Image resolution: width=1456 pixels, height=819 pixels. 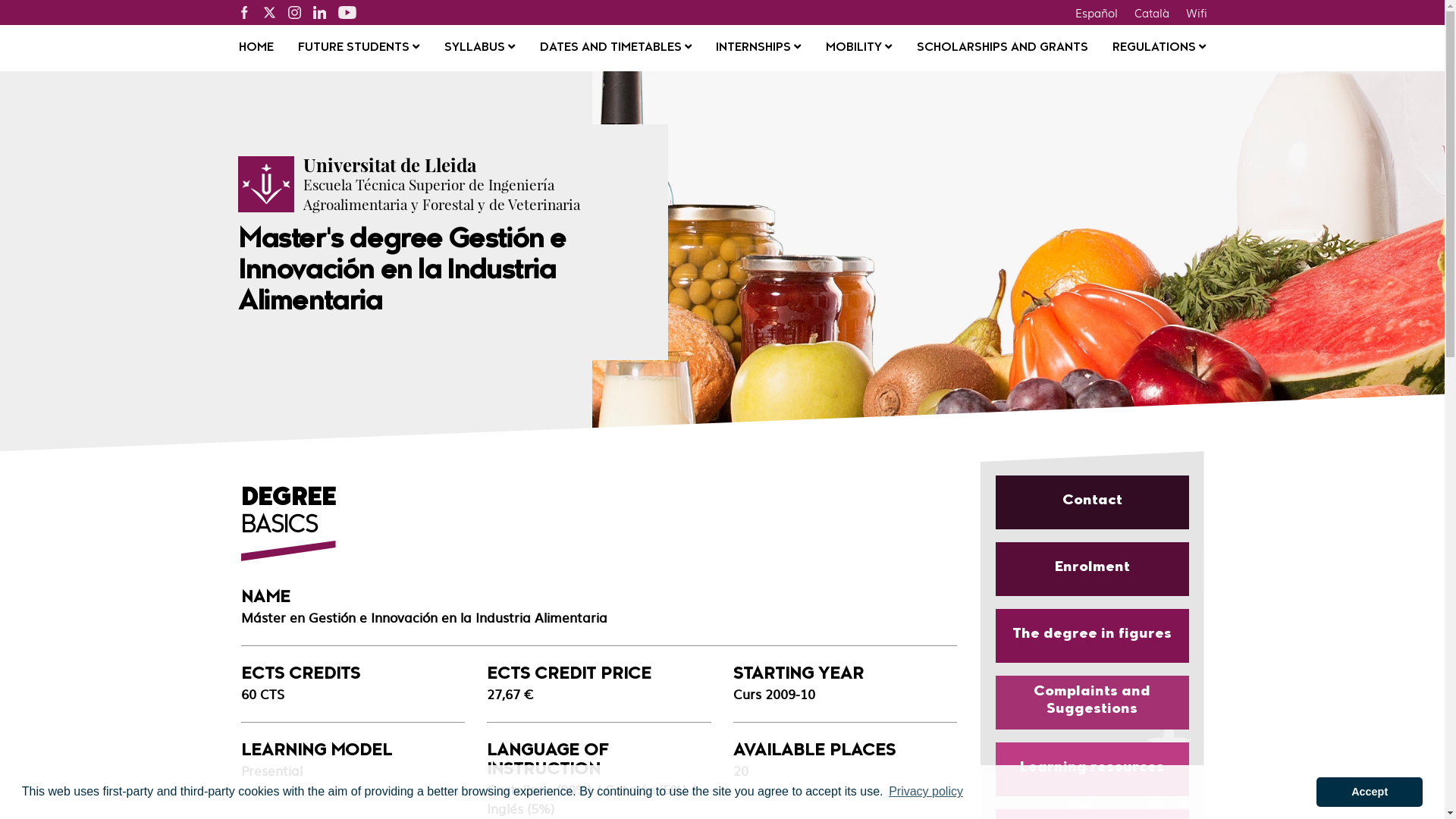 What do you see at coordinates (1158, 47) in the screenshot?
I see `'REGULATIONS'` at bounding box center [1158, 47].